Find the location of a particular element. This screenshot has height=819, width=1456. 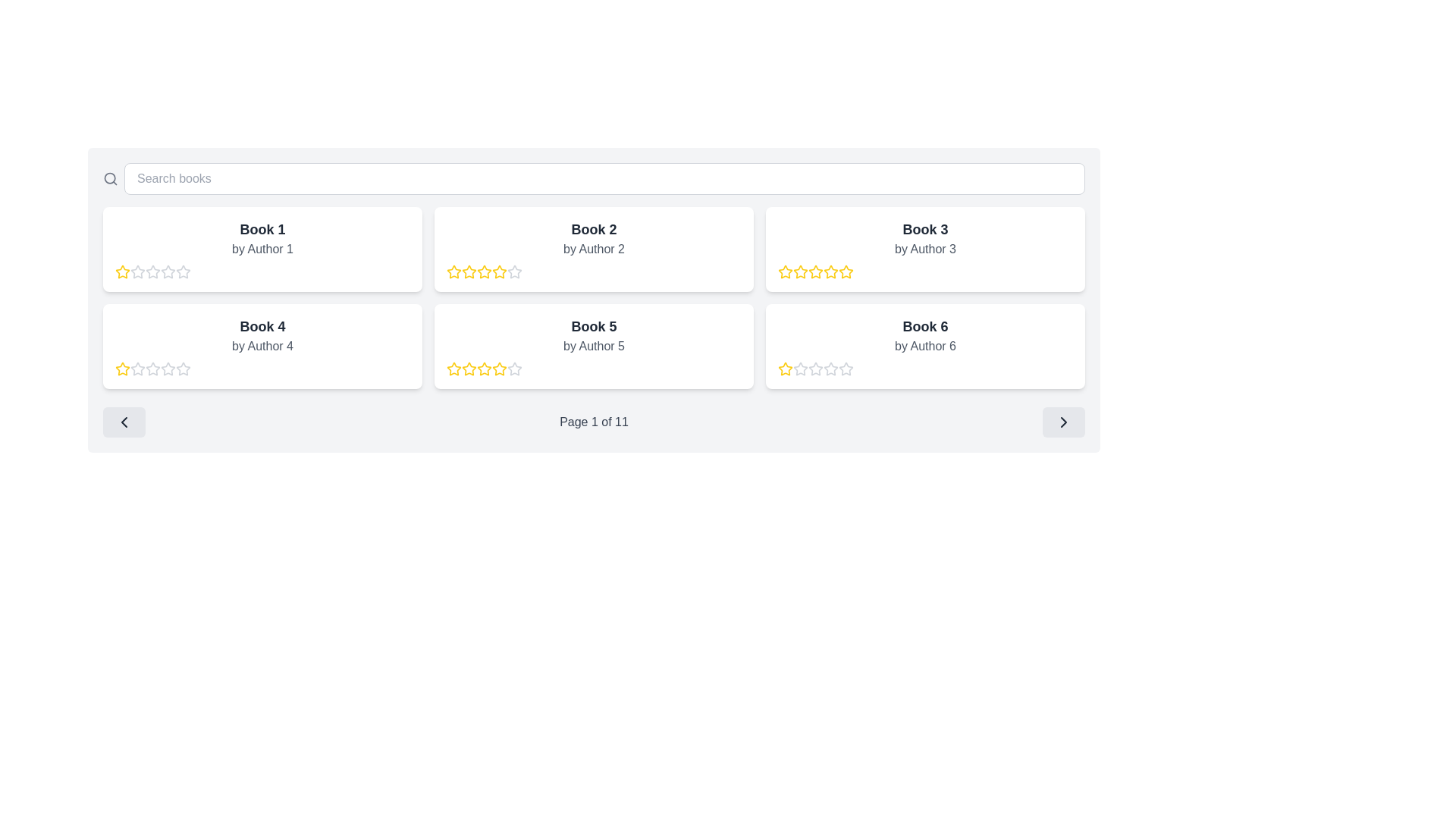

third gray-colored outlined star icon in the rating section for the book 'Book 6' by clicking on it is located at coordinates (846, 369).